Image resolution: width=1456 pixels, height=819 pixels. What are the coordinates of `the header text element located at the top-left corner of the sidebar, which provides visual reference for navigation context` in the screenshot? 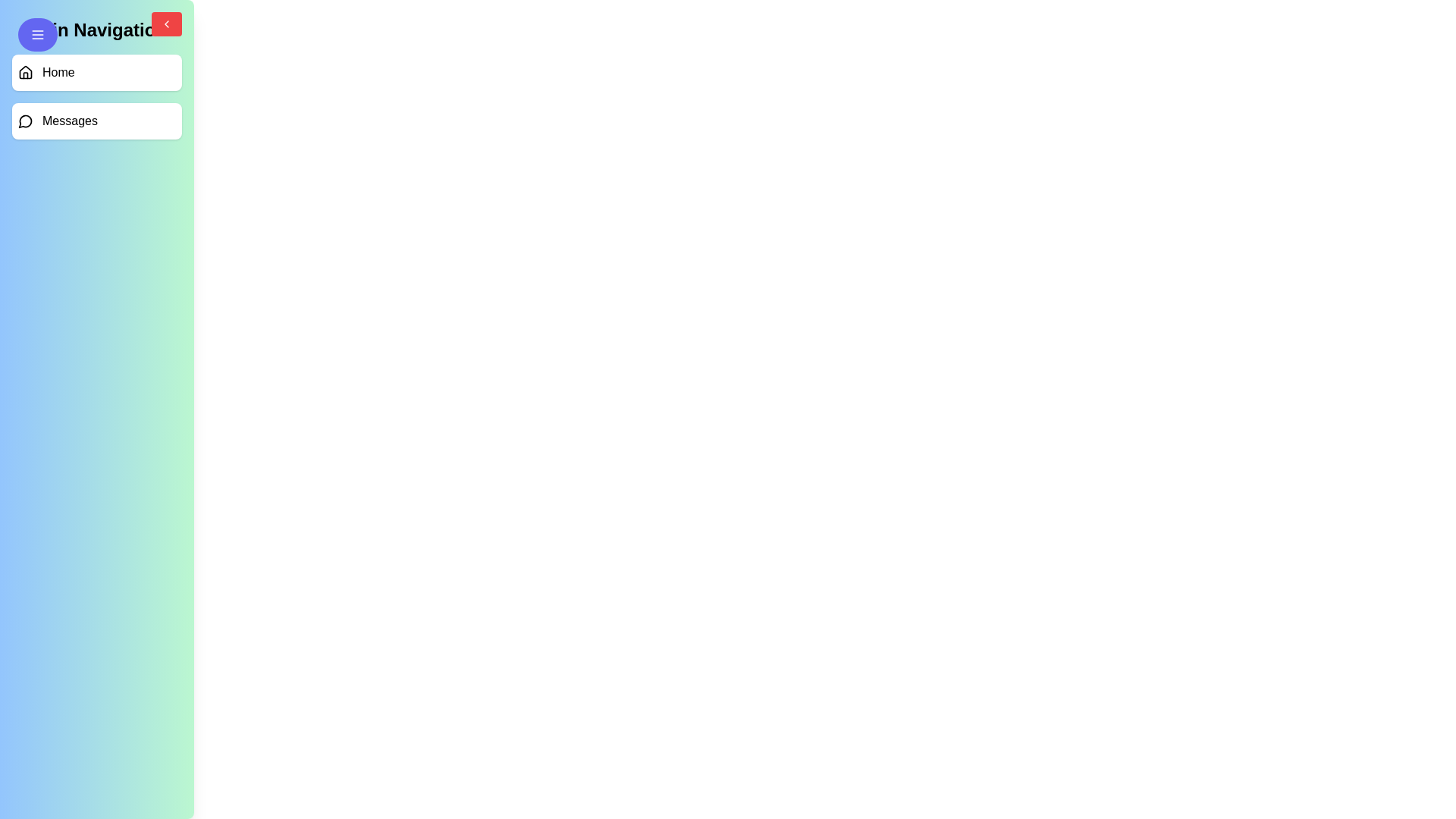 It's located at (96, 30).